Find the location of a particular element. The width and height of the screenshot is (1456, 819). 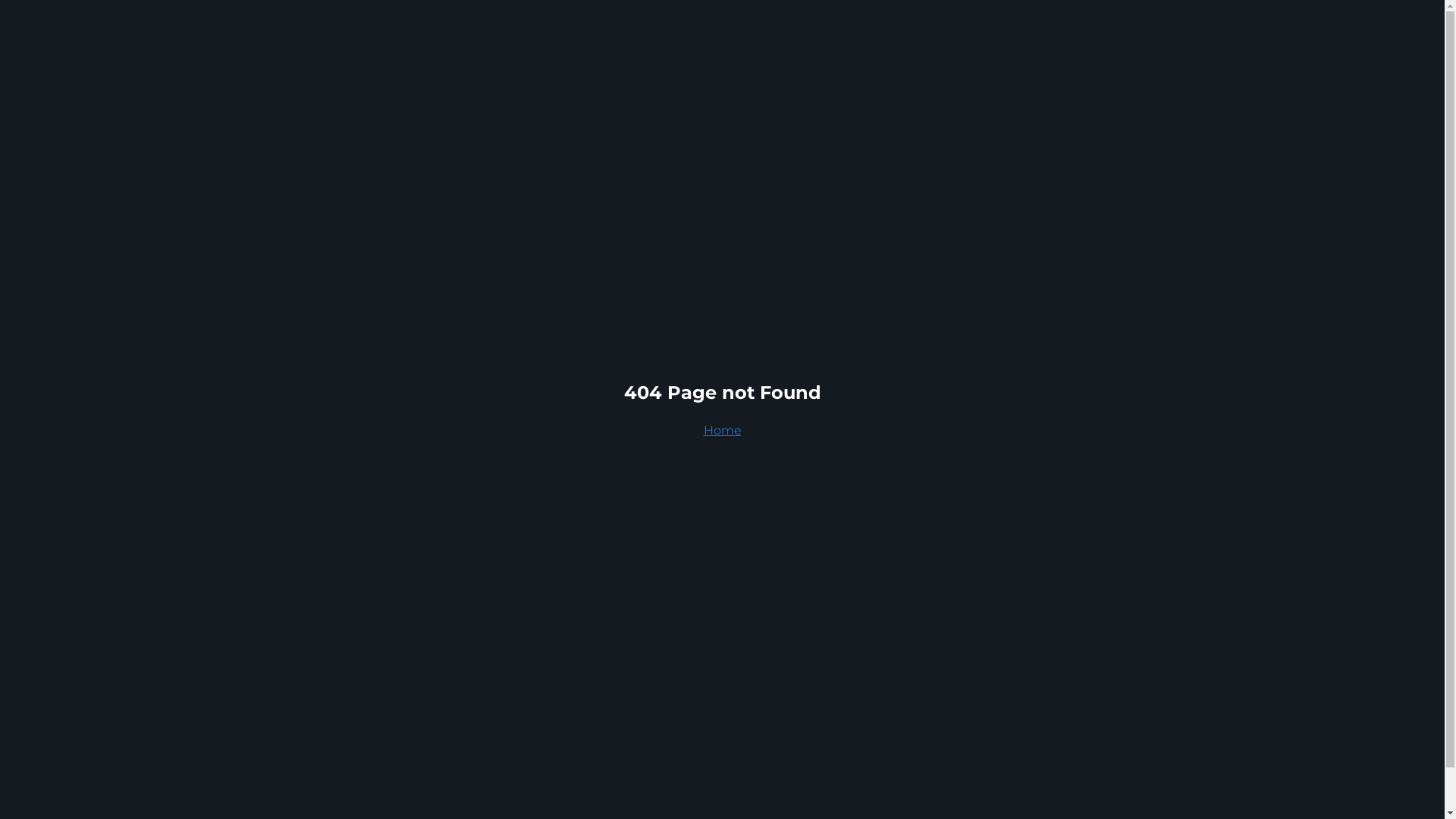

'Home' is located at coordinates (722, 430).